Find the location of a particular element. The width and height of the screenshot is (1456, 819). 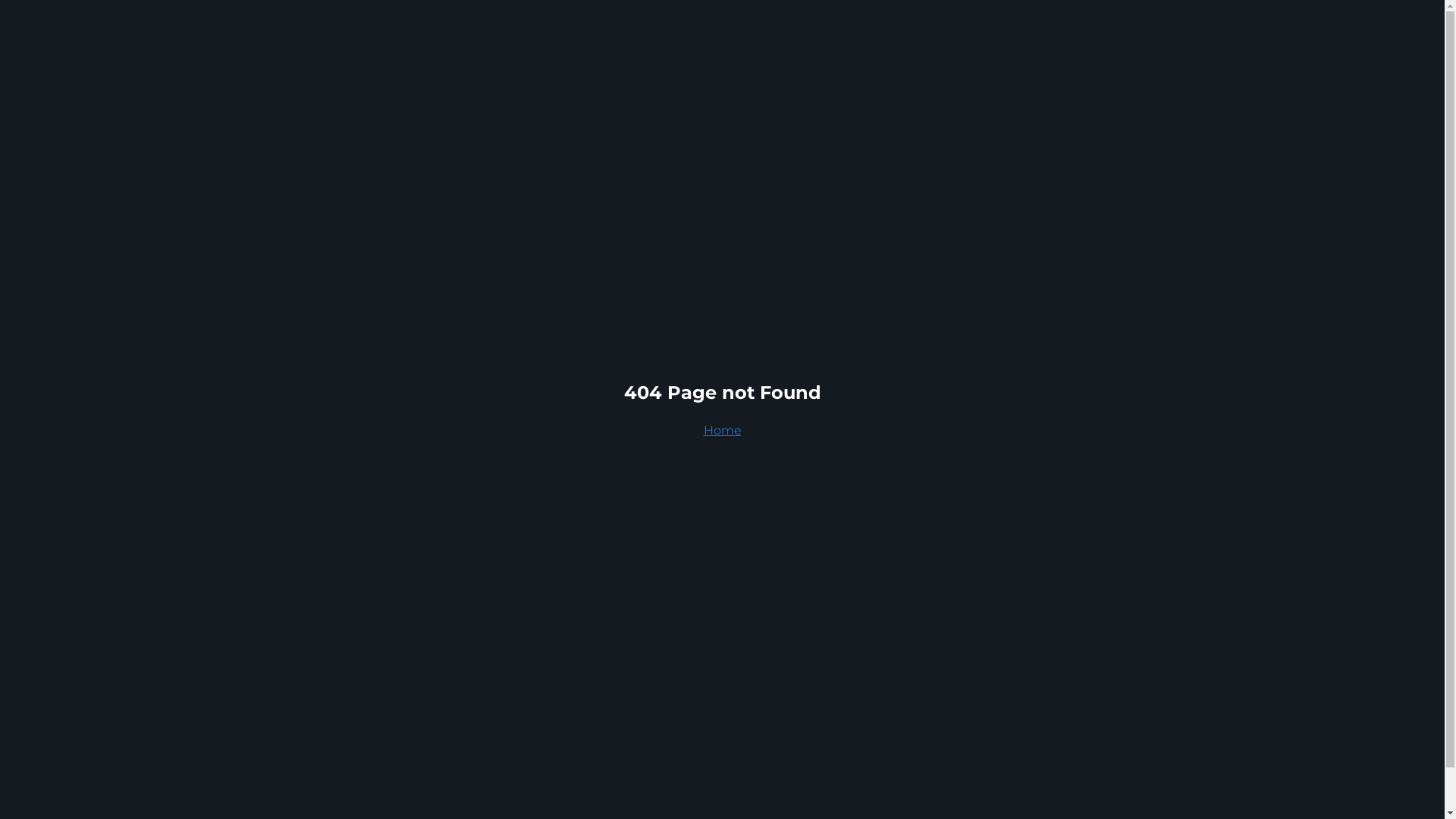

'Home' is located at coordinates (722, 430).